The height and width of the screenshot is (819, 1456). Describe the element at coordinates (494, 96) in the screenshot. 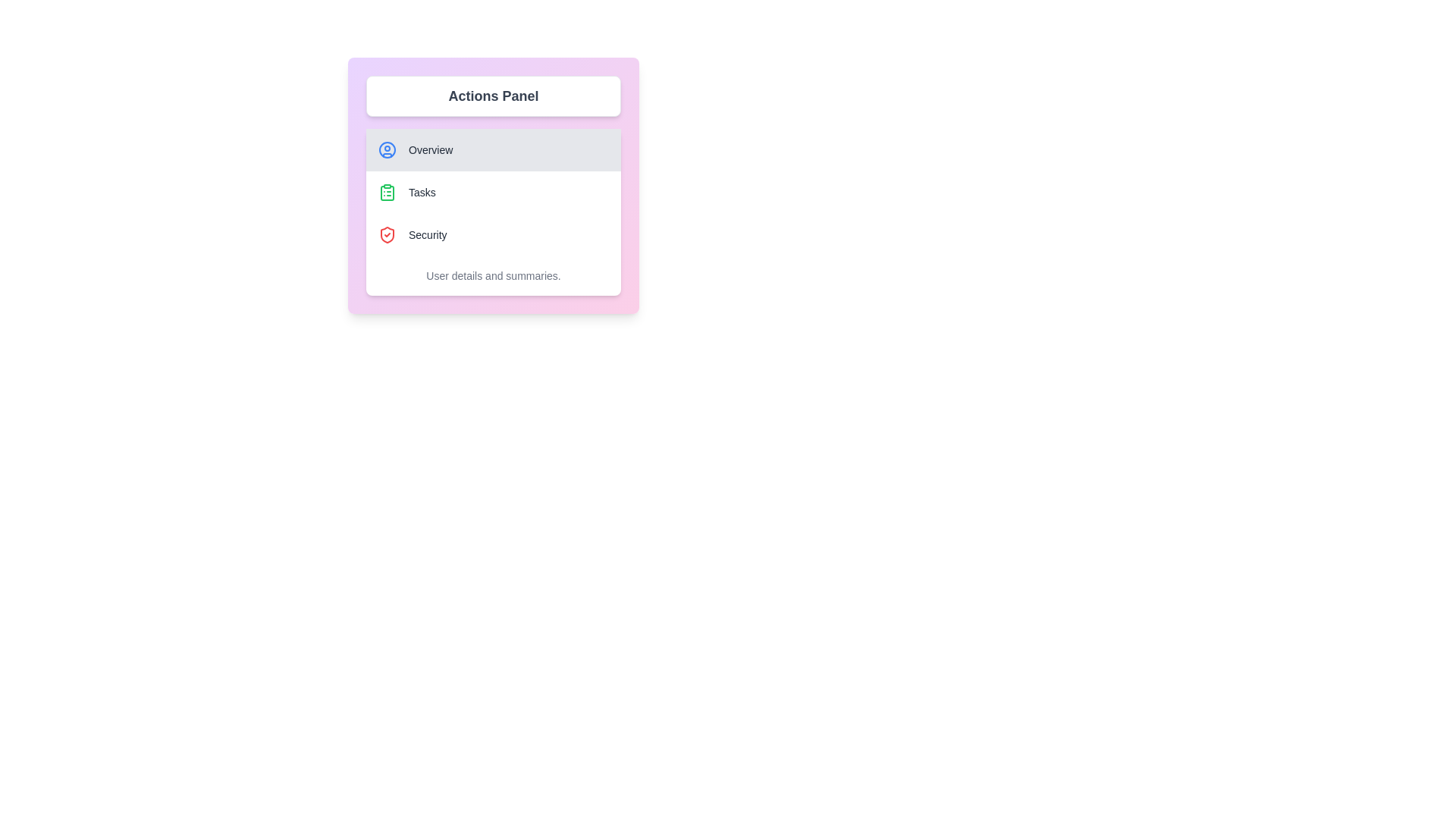

I see `the 'Actions Panel' button to toggle the visibility of the menu panel` at that location.